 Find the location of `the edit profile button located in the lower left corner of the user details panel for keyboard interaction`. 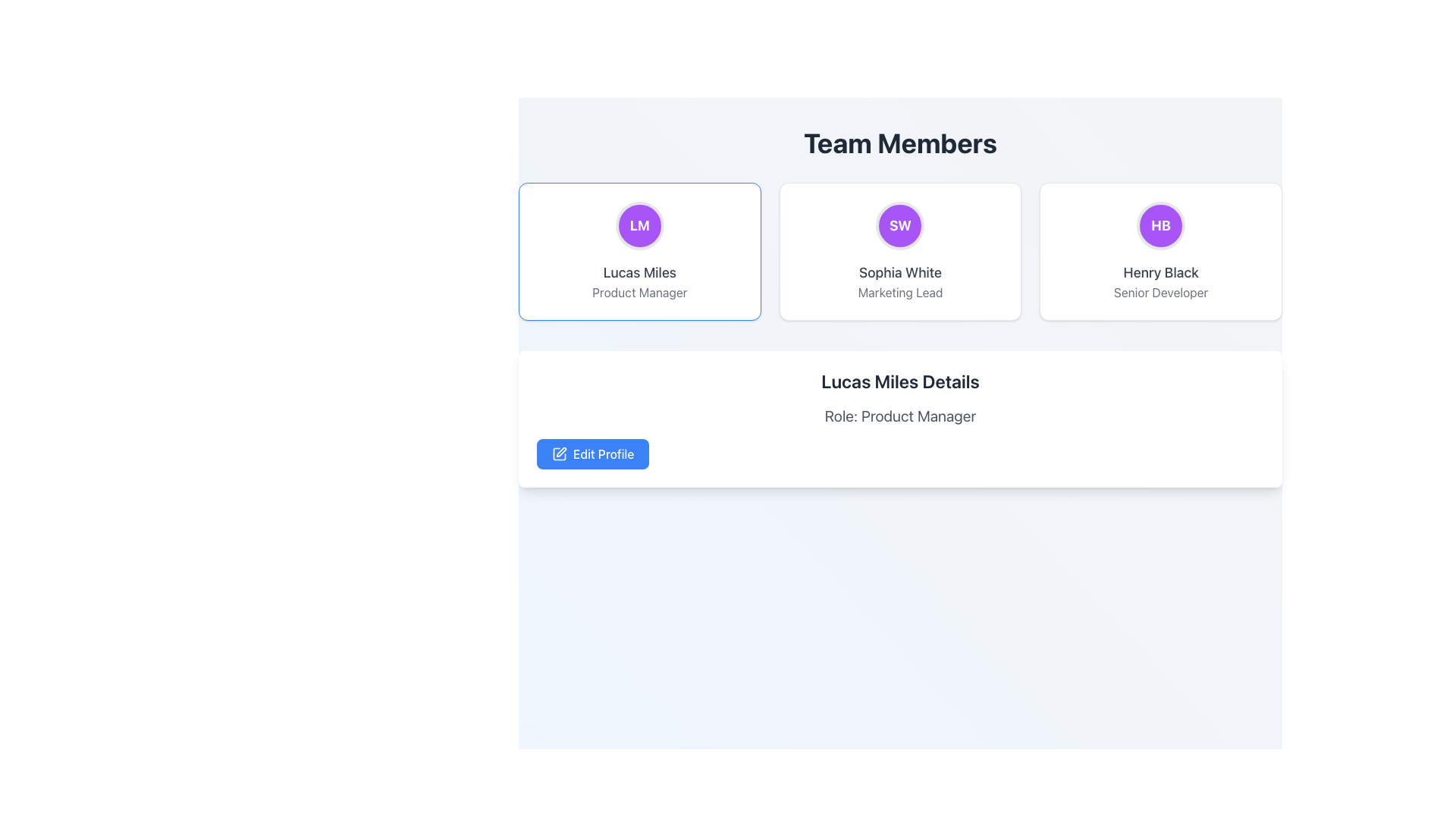

the edit profile button located in the lower left corner of the user details panel for keyboard interaction is located at coordinates (592, 453).